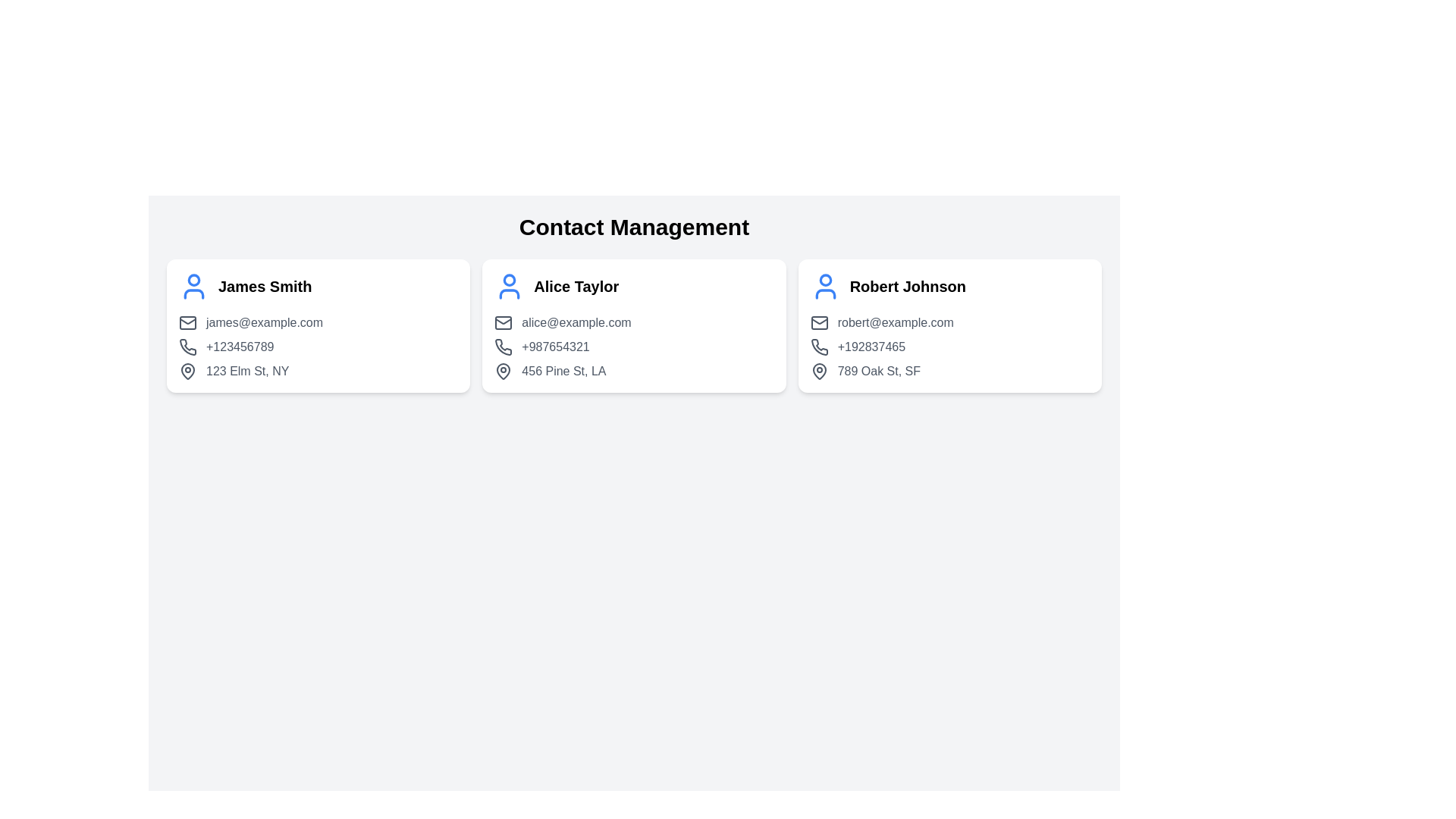 This screenshot has width=1456, height=819. Describe the element at coordinates (510, 280) in the screenshot. I see `the central circular icon in the avatar area of the contact card for 'Alice Taylor'` at that location.